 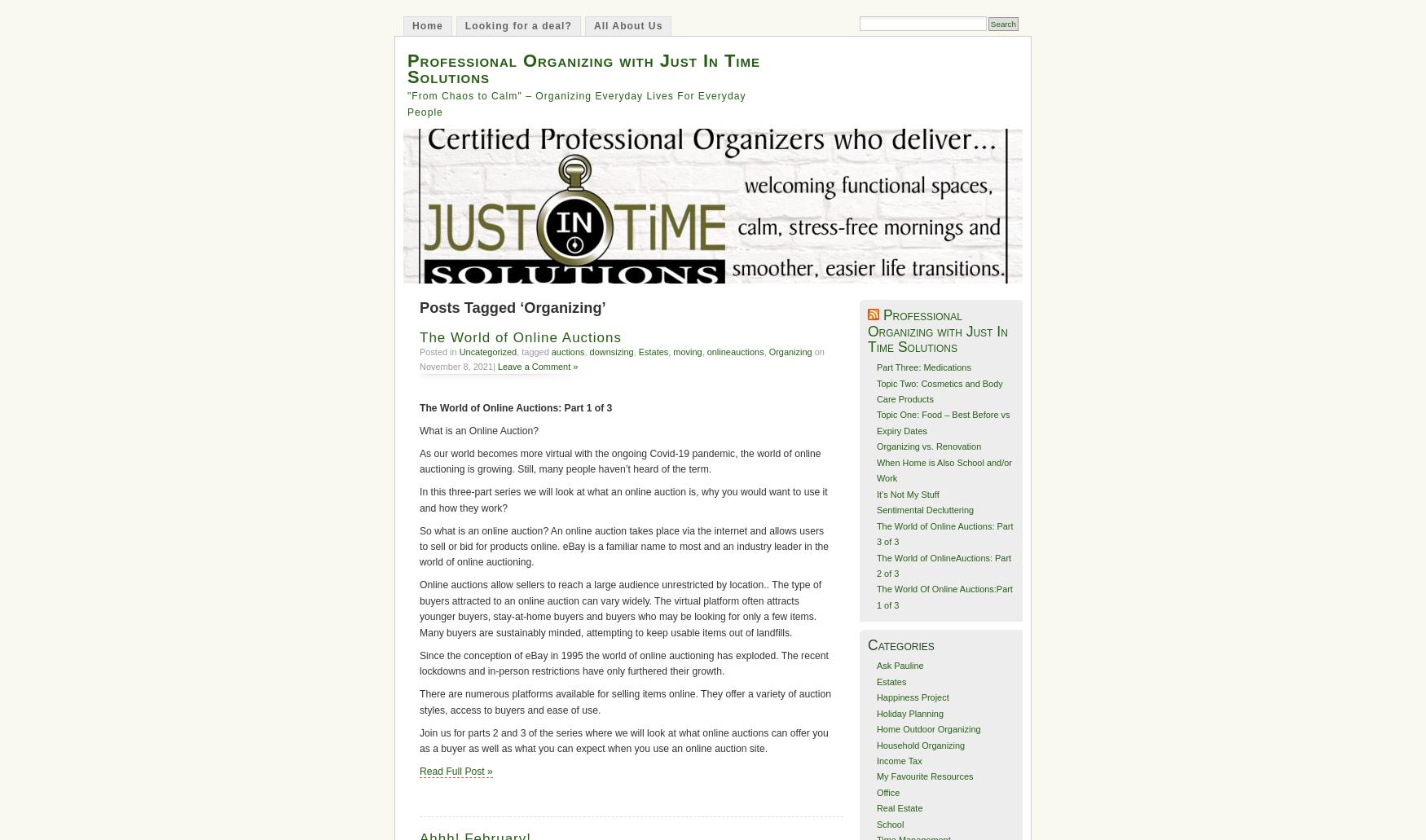 What do you see at coordinates (622, 499) in the screenshot?
I see `'In this three-part series we will look at what an online auction is, why you would want to use it and how they work?'` at bounding box center [622, 499].